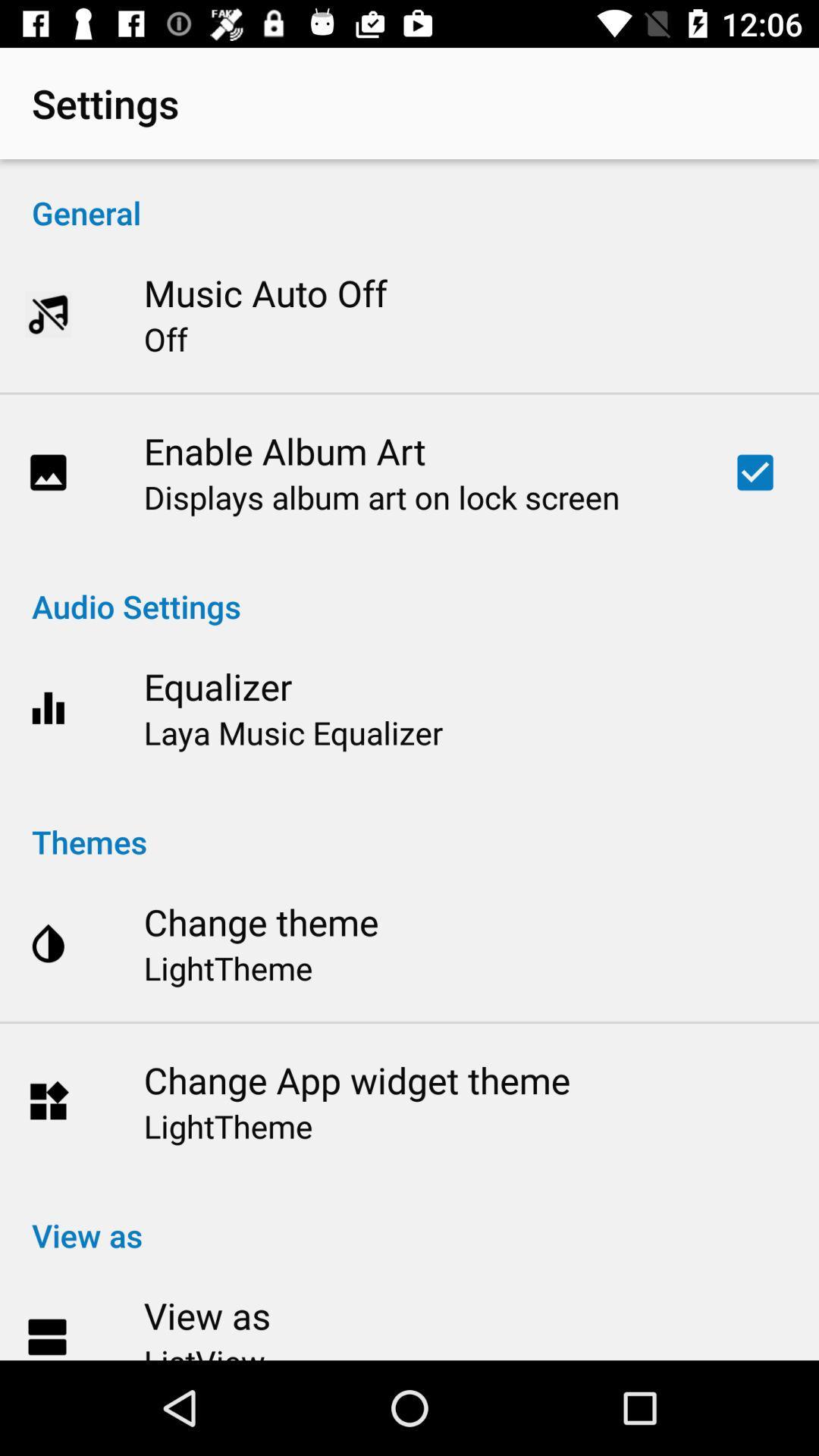 The width and height of the screenshot is (819, 1456). What do you see at coordinates (755, 472) in the screenshot?
I see `the item to the right of the displays album art icon` at bounding box center [755, 472].